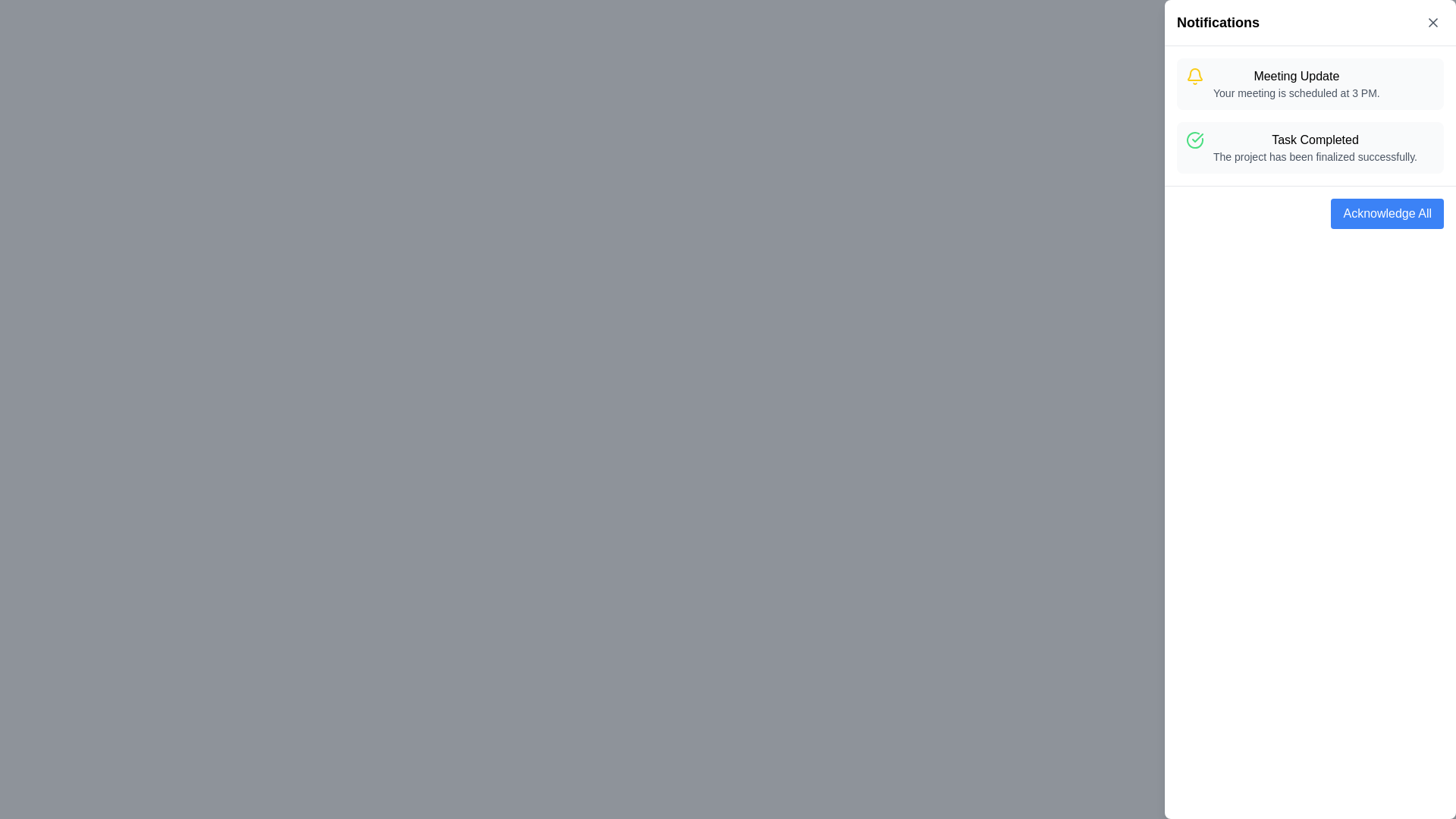  What do you see at coordinates (1294, 84) in the screenshot?
I see `the notification about the upcoming meeting scheduled at 3 PM by clicking on the first notification card in the notification panel` at bounding box center [1294, 84].